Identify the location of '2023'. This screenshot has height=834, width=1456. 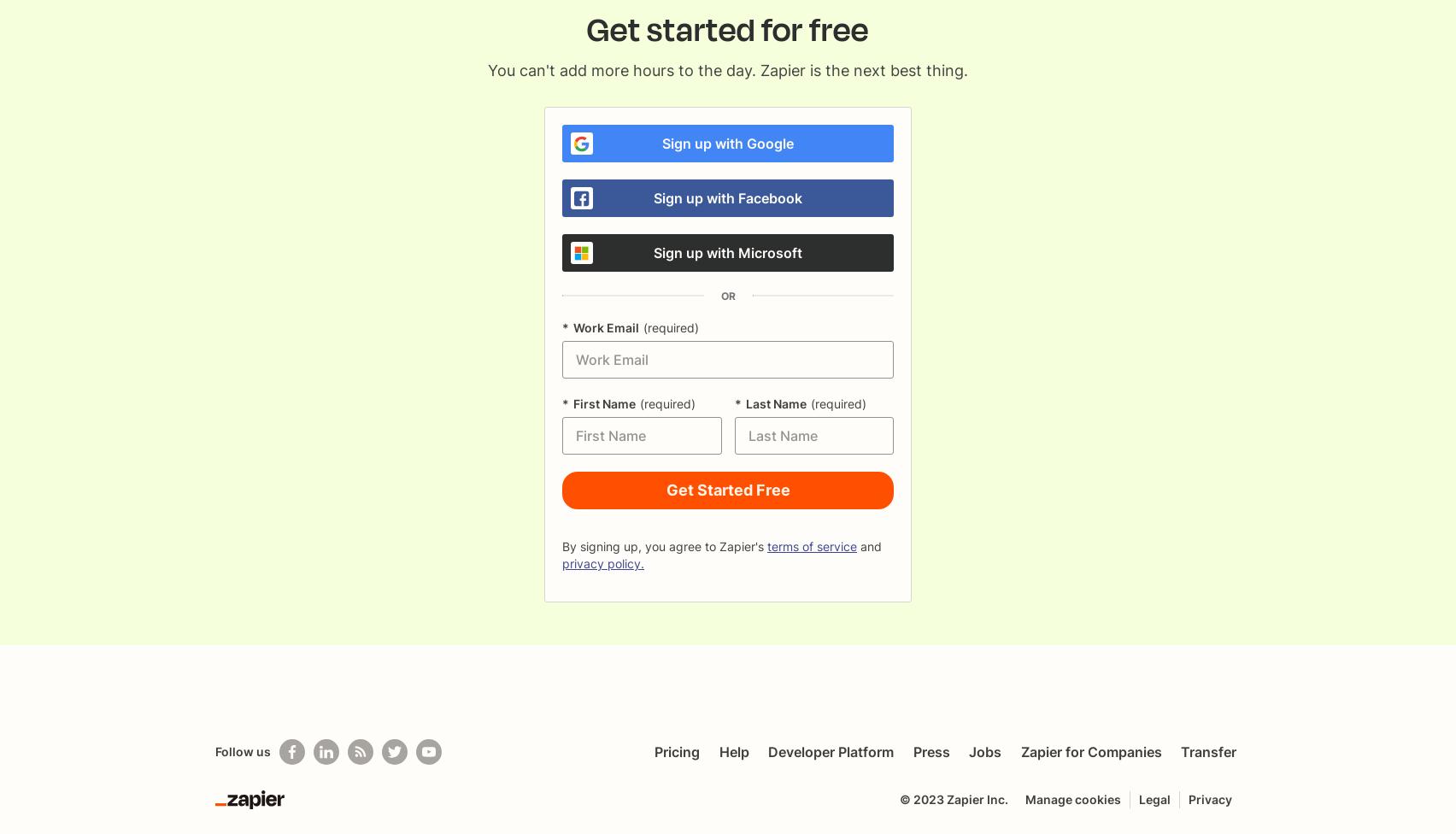
(927, 798).